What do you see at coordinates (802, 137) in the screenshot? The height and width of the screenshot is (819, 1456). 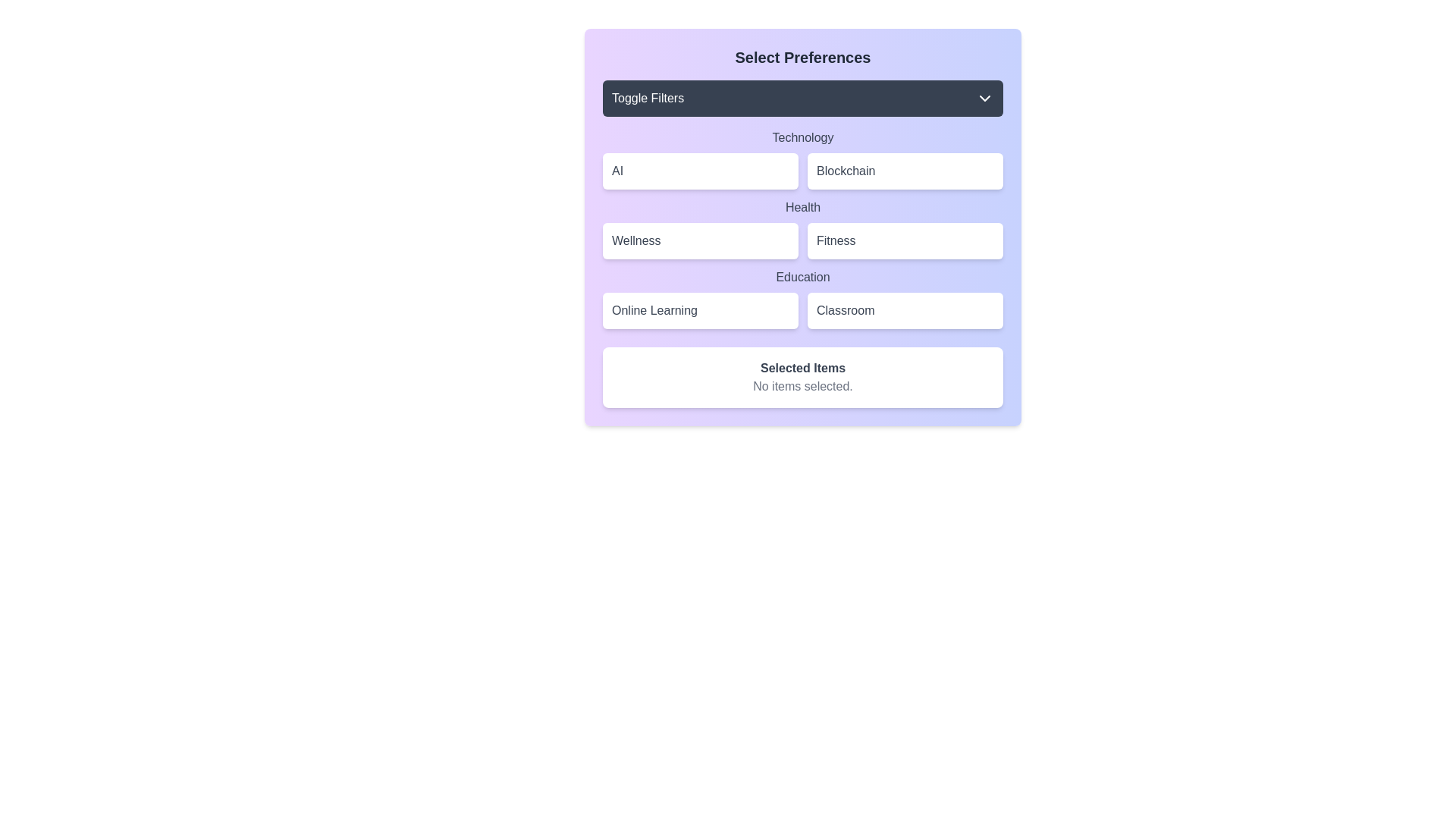 I see `the bold medium-sized static text label 'Technology' which is styled in dark gray and located above the options in the section` at bounding box center [802, 137].